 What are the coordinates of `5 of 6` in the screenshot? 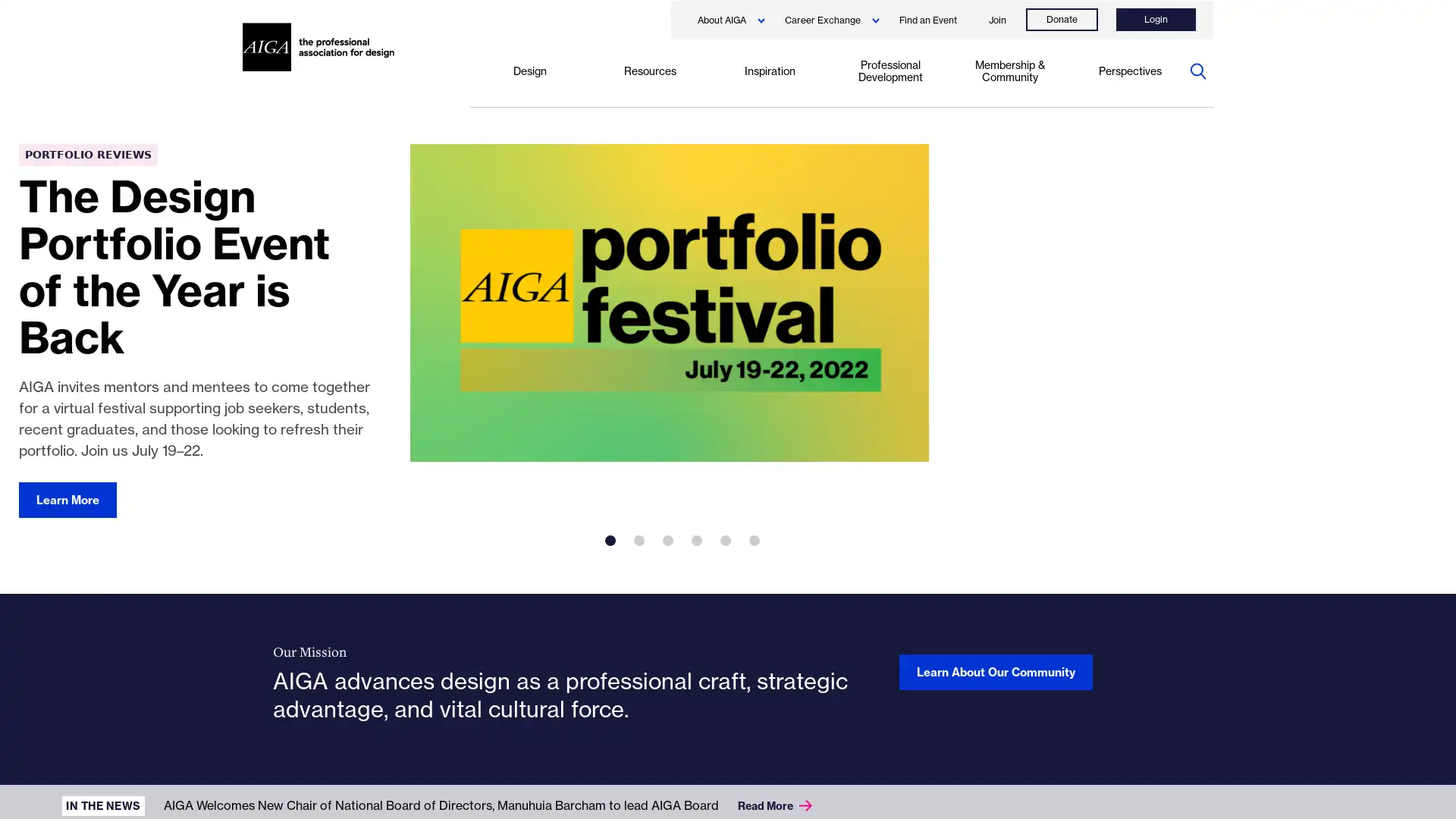 It's located at (724, 540).